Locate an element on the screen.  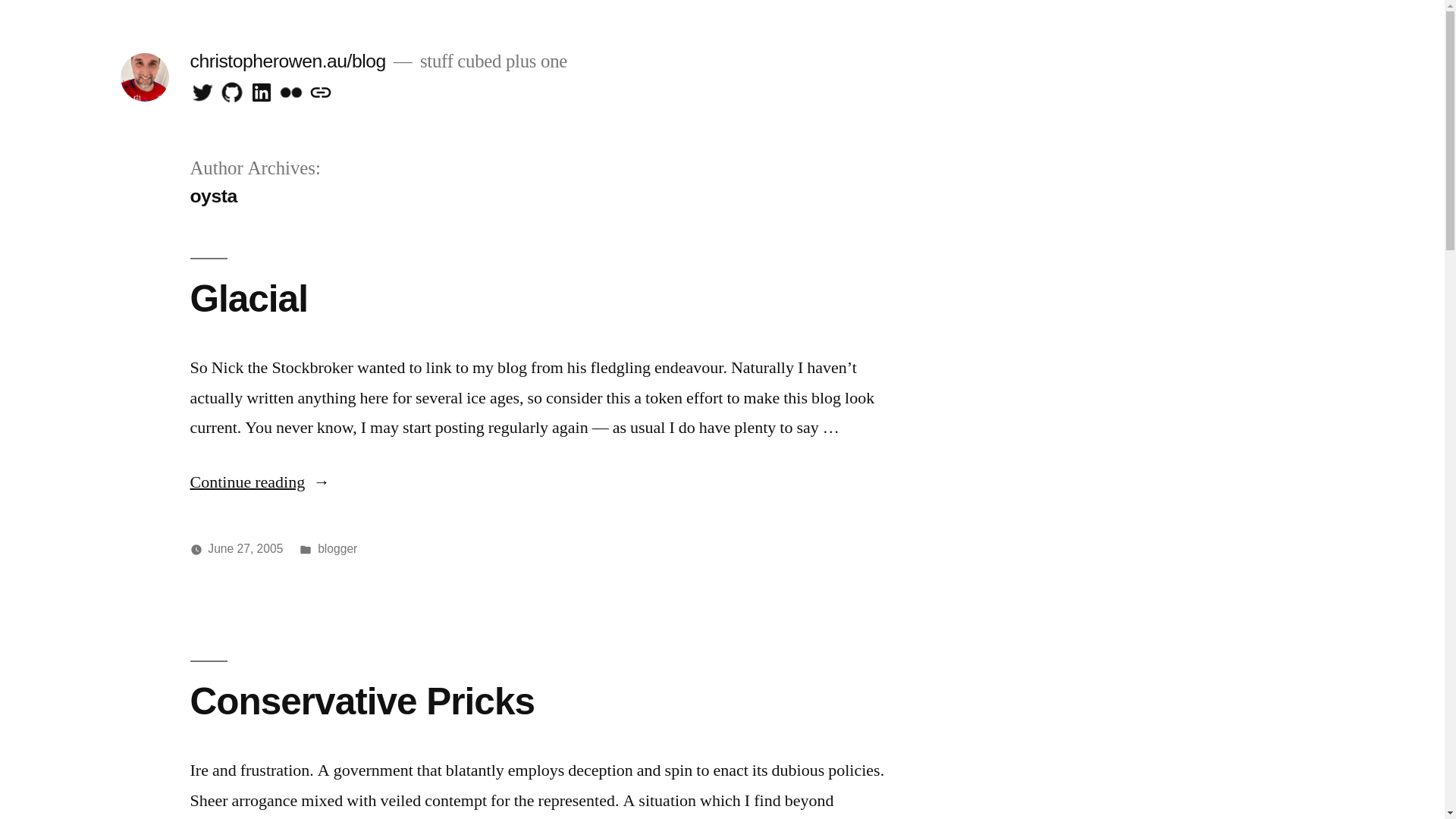
'blogger' is located at coordinates (337, 548).